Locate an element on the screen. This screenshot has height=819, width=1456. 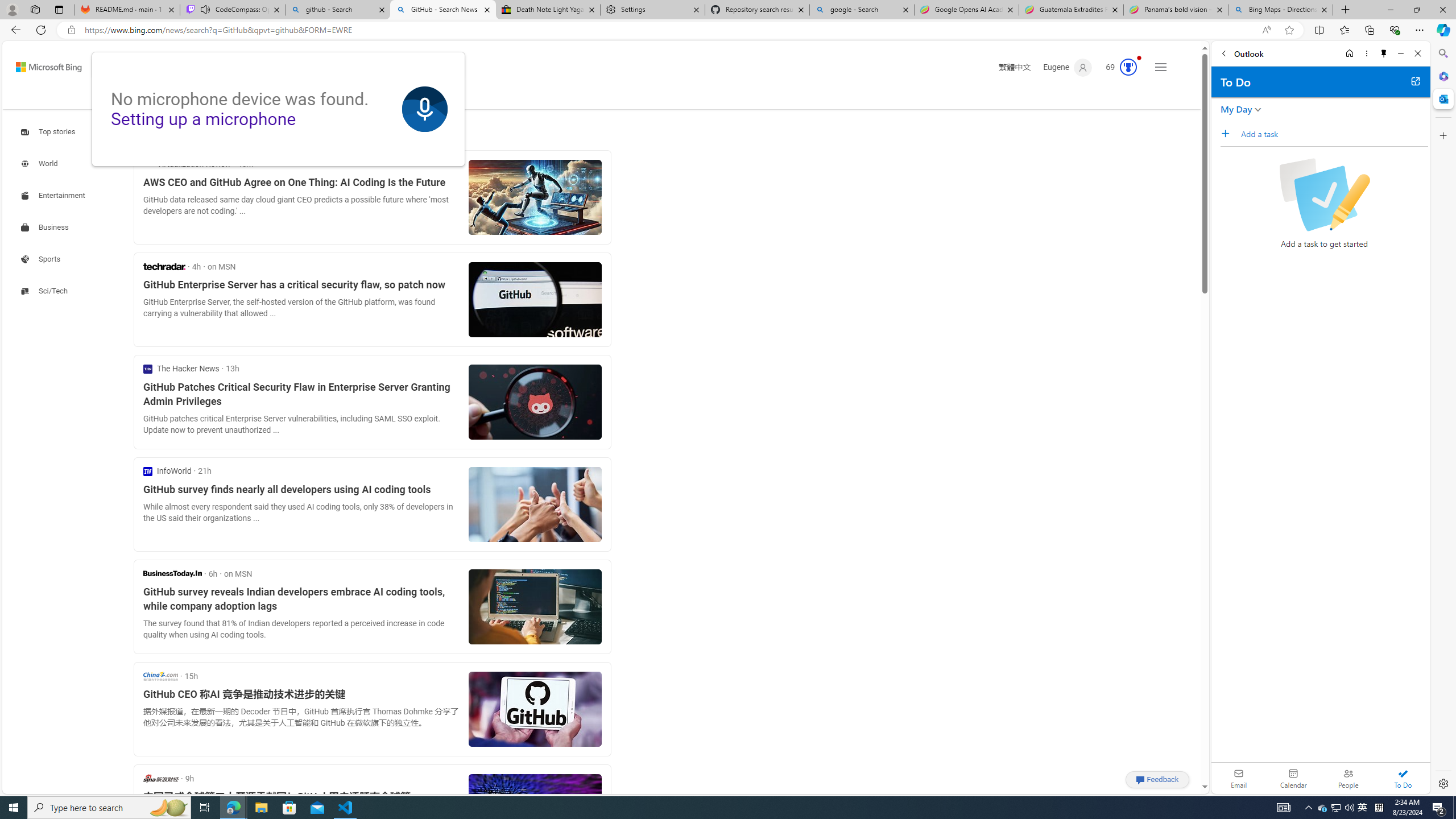
'TechRadar' is located at coordinates (164, 266).